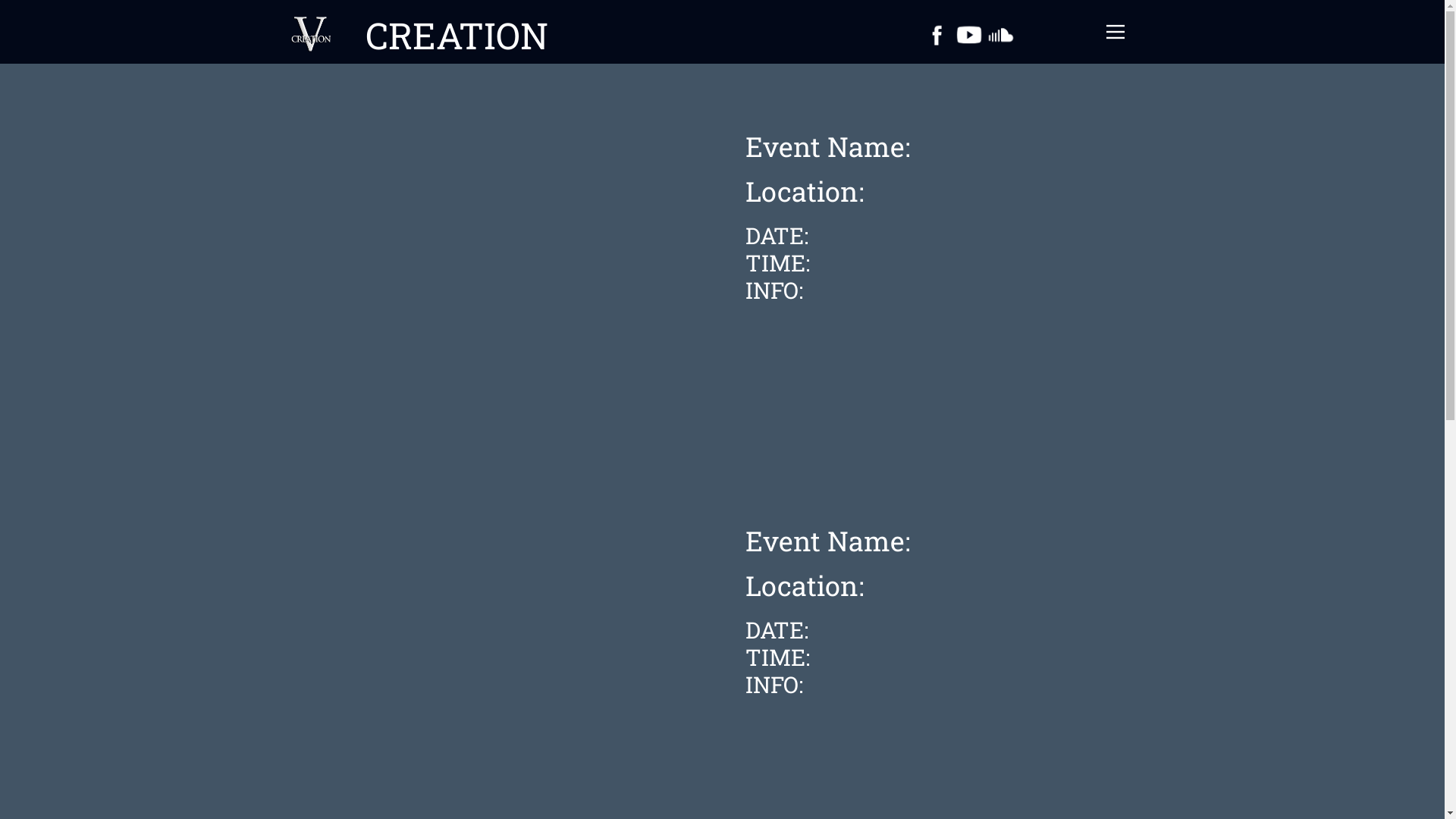 This screenshot has height=819, width=1456. I want to click on 'Soundcloud', so click(1001, 34).